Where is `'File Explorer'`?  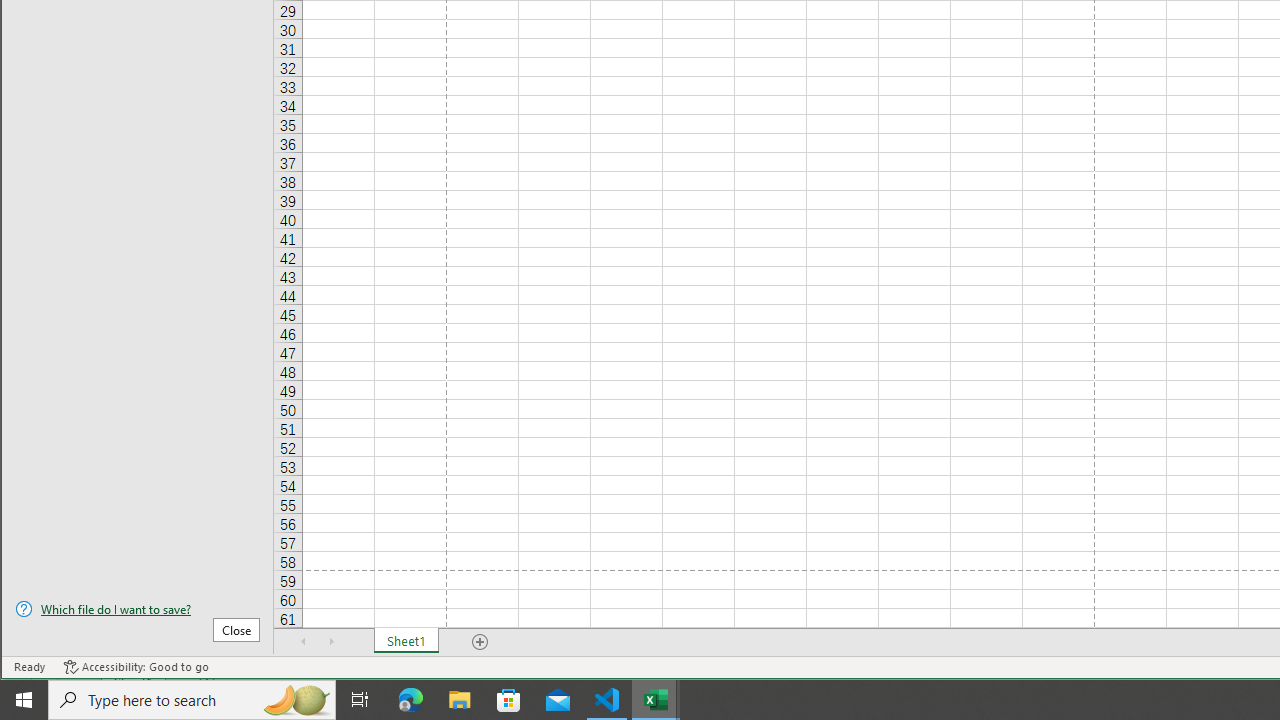
'File Explorer' is located at coordinates (459, 698).